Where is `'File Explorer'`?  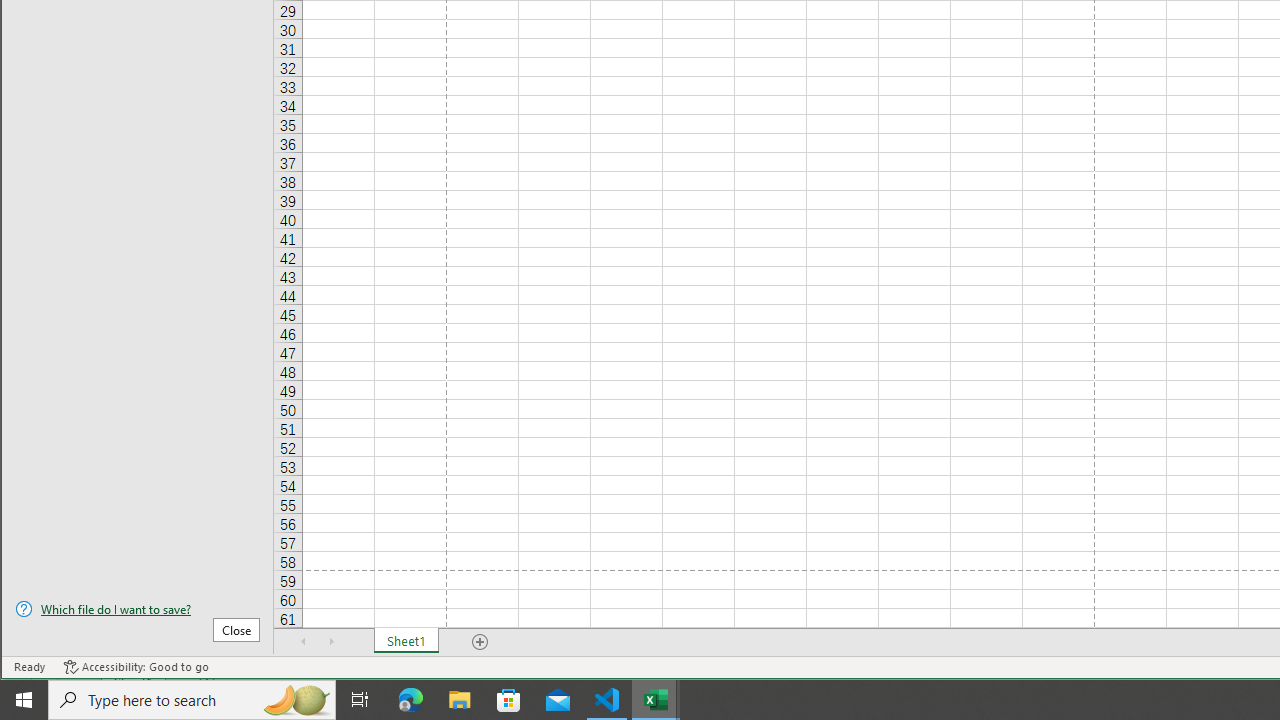
'File Explorer' is located at coordinates (459, 698).